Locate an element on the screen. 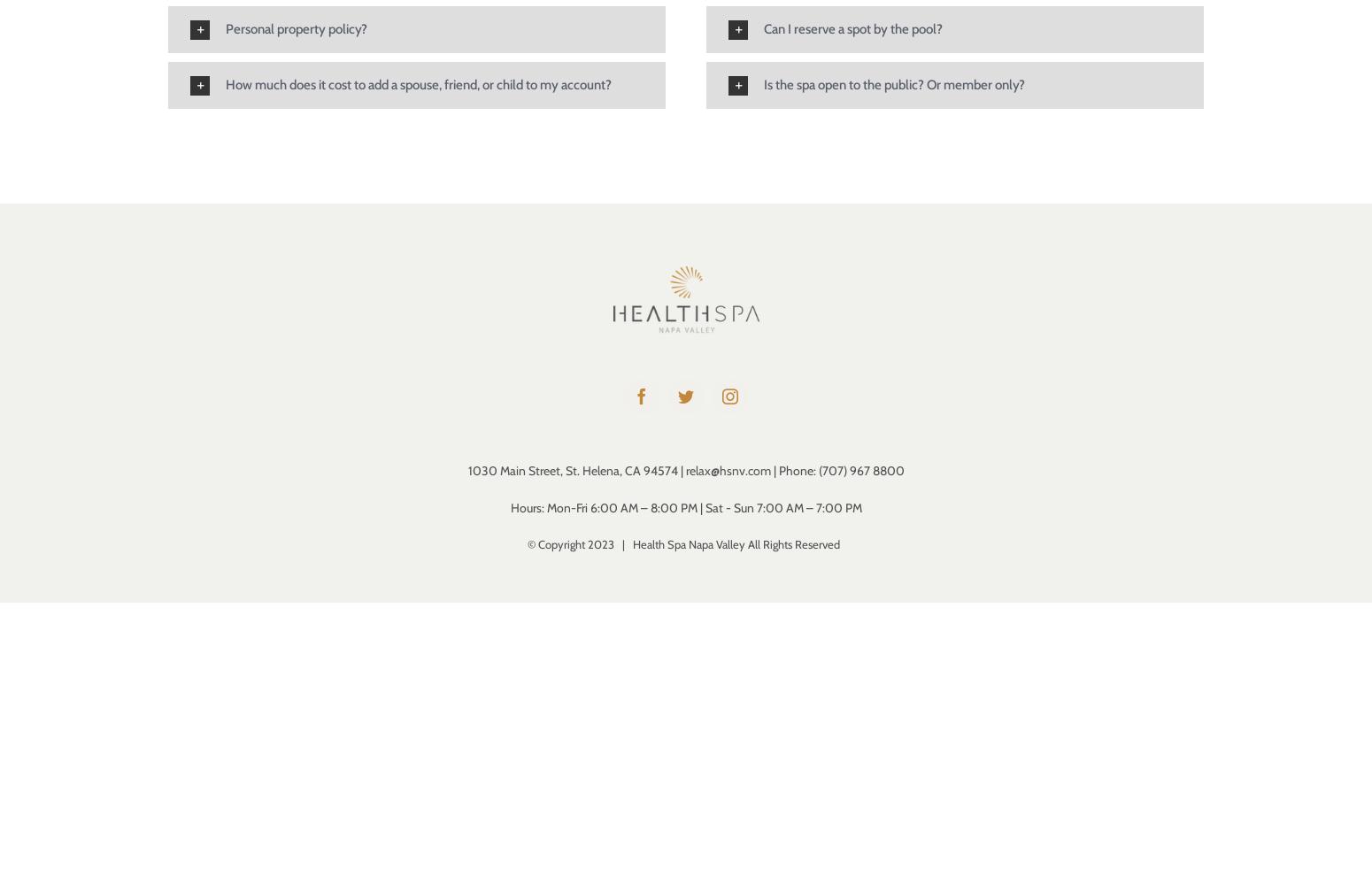 The width and height of the screenshot is (1372, 885). 'Personal property policy?' is located at coordinates (295, 28).